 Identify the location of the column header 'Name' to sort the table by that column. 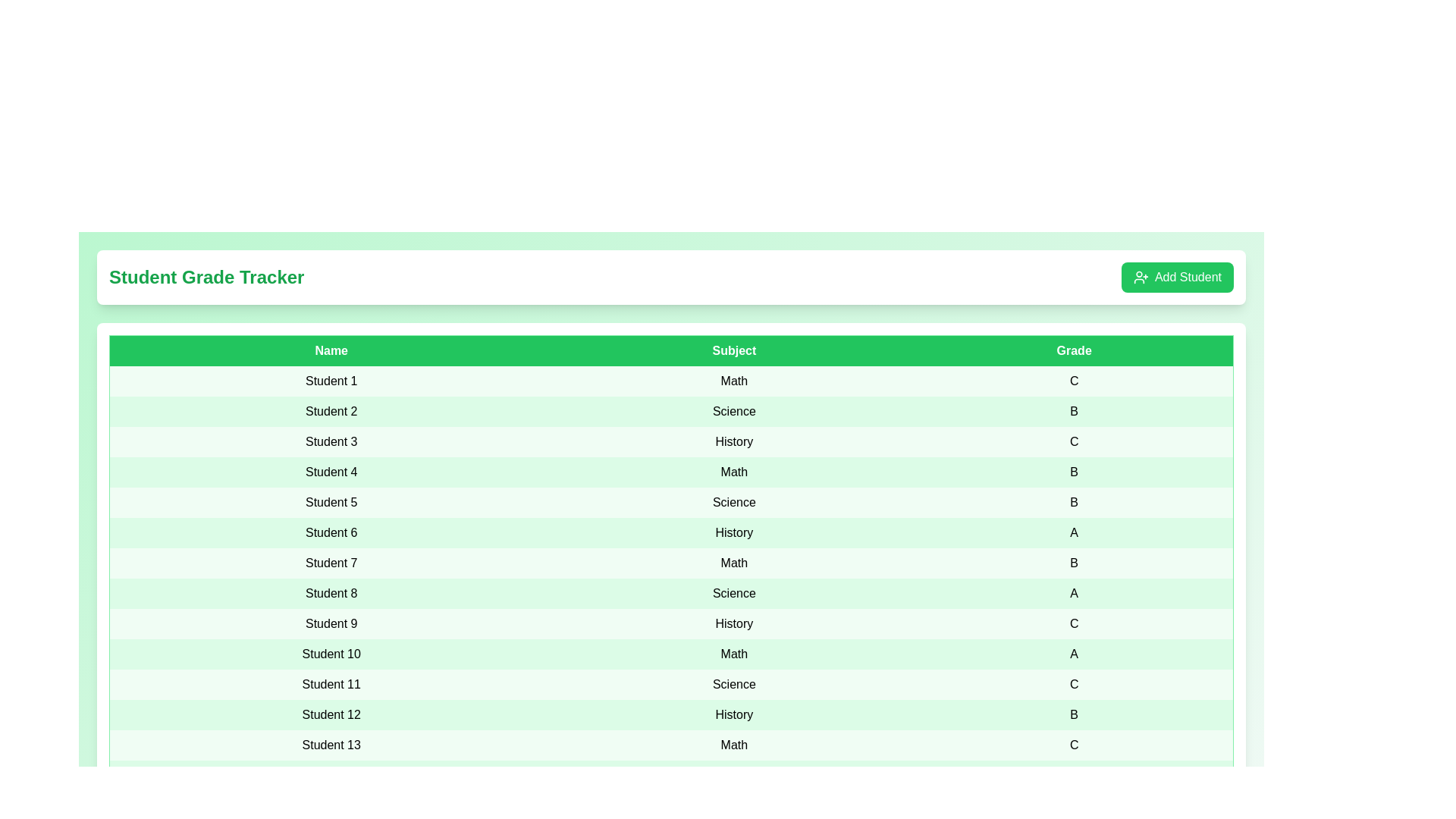
(330, 350).